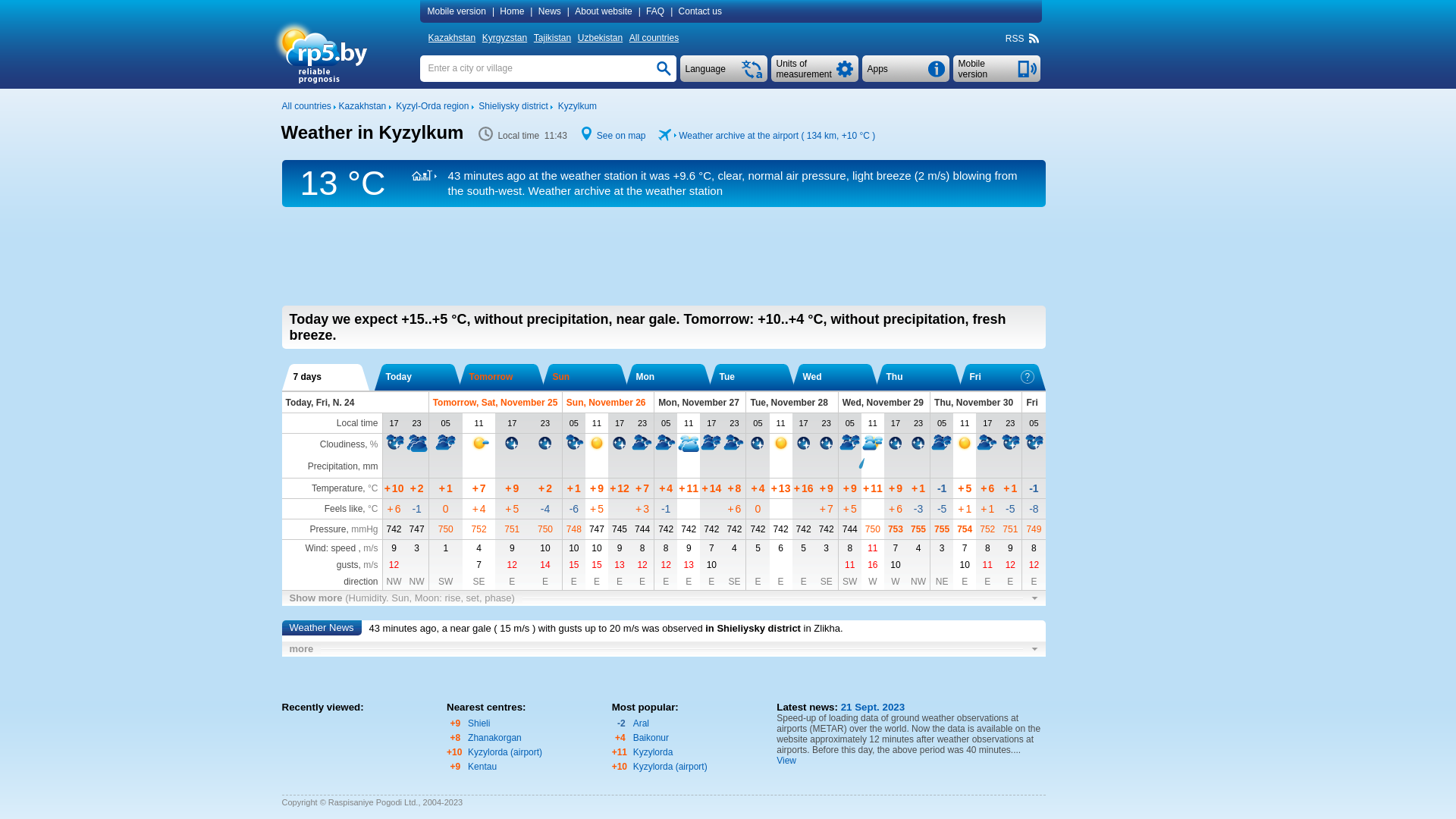  What do you see at coordinates (653, 752) in the screenshot?
I see `'Kyzylorda'` at bounding box center [653, 752].